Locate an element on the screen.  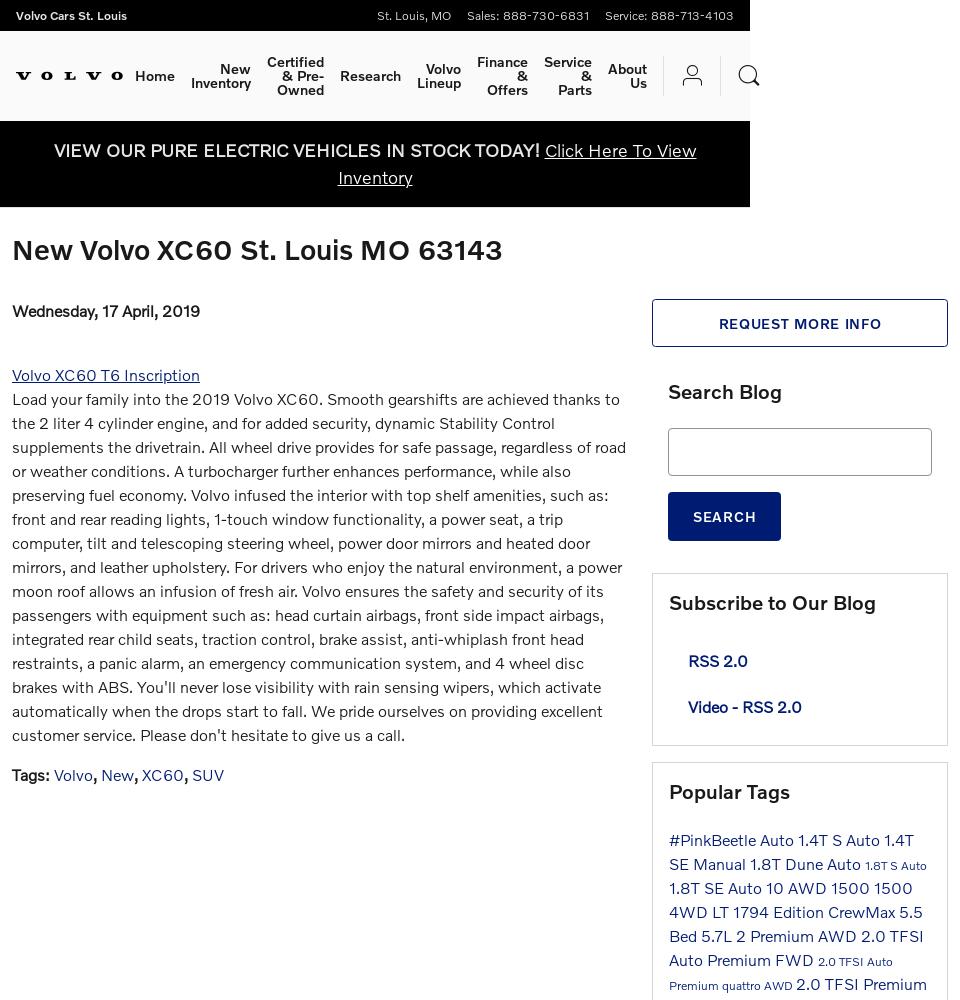
'New Volvo XC60 St. Louis MO 63143' is located at coordinates (256, 248).